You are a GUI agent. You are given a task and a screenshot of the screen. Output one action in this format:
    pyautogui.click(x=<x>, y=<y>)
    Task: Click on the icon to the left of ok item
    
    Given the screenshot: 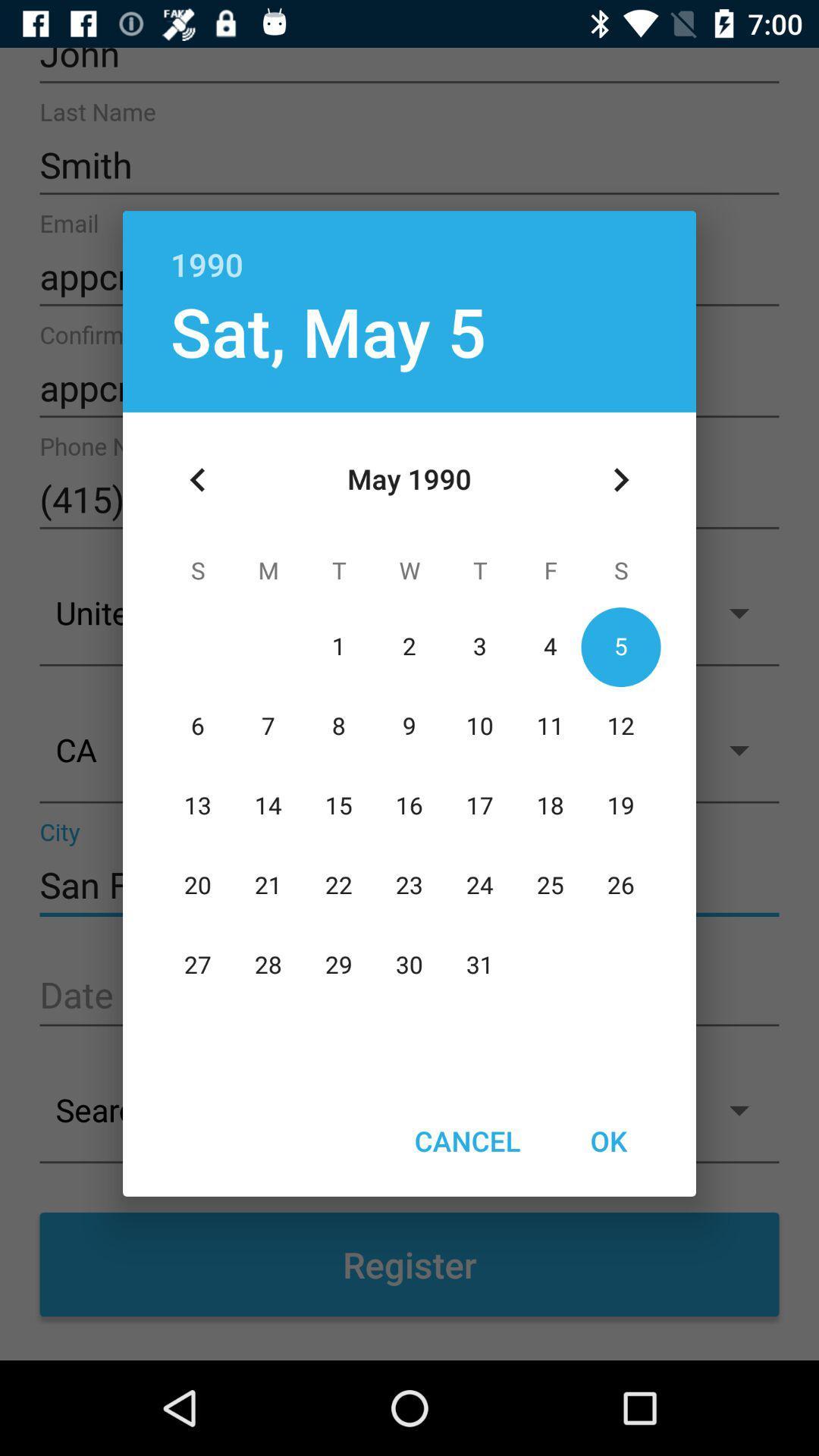 What is the action you would take?
    pyautogui.click(x=466, y=1141)
    